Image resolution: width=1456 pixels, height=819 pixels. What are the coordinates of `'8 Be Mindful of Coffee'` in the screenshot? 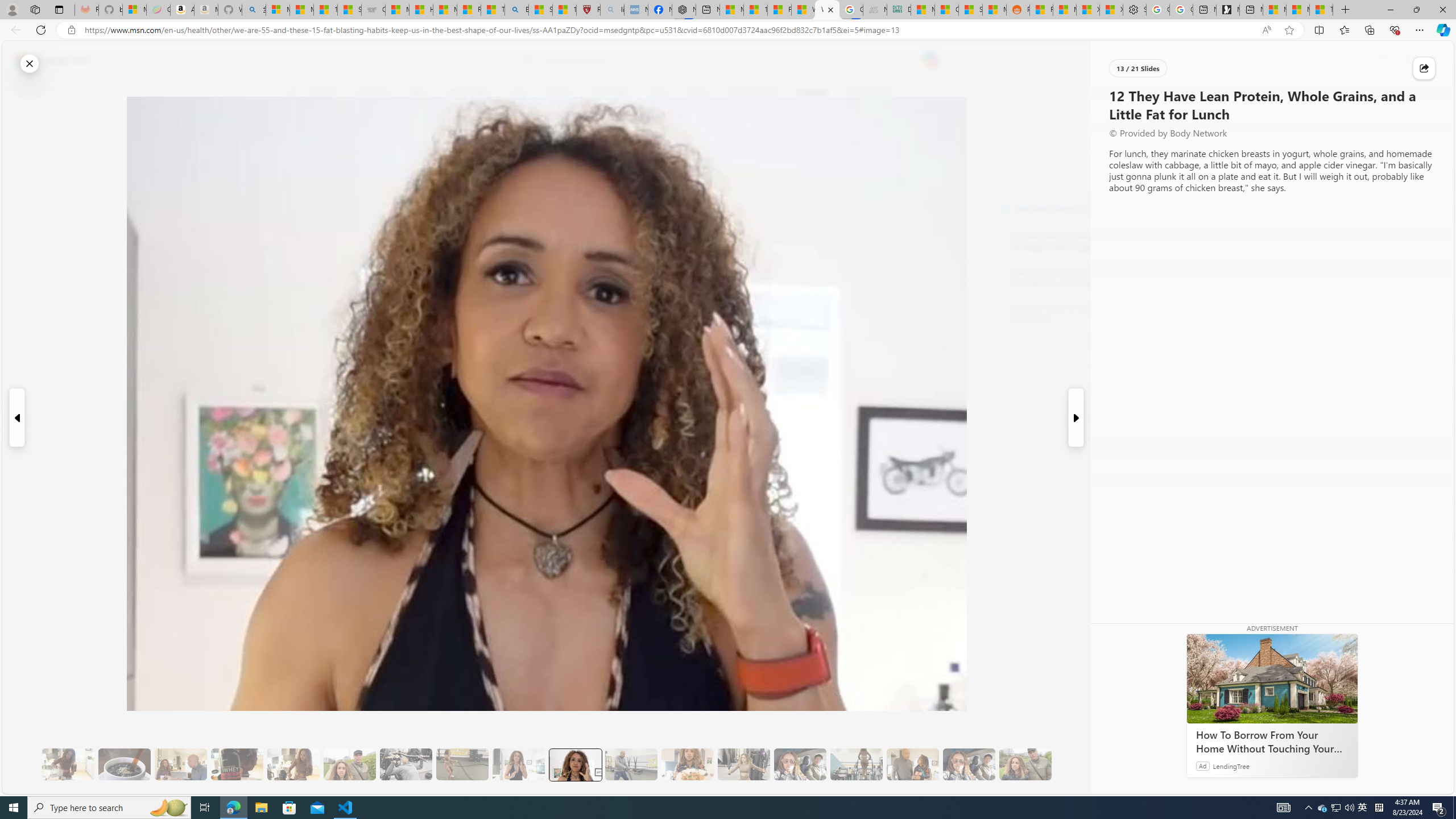 It's located at (123, 764).